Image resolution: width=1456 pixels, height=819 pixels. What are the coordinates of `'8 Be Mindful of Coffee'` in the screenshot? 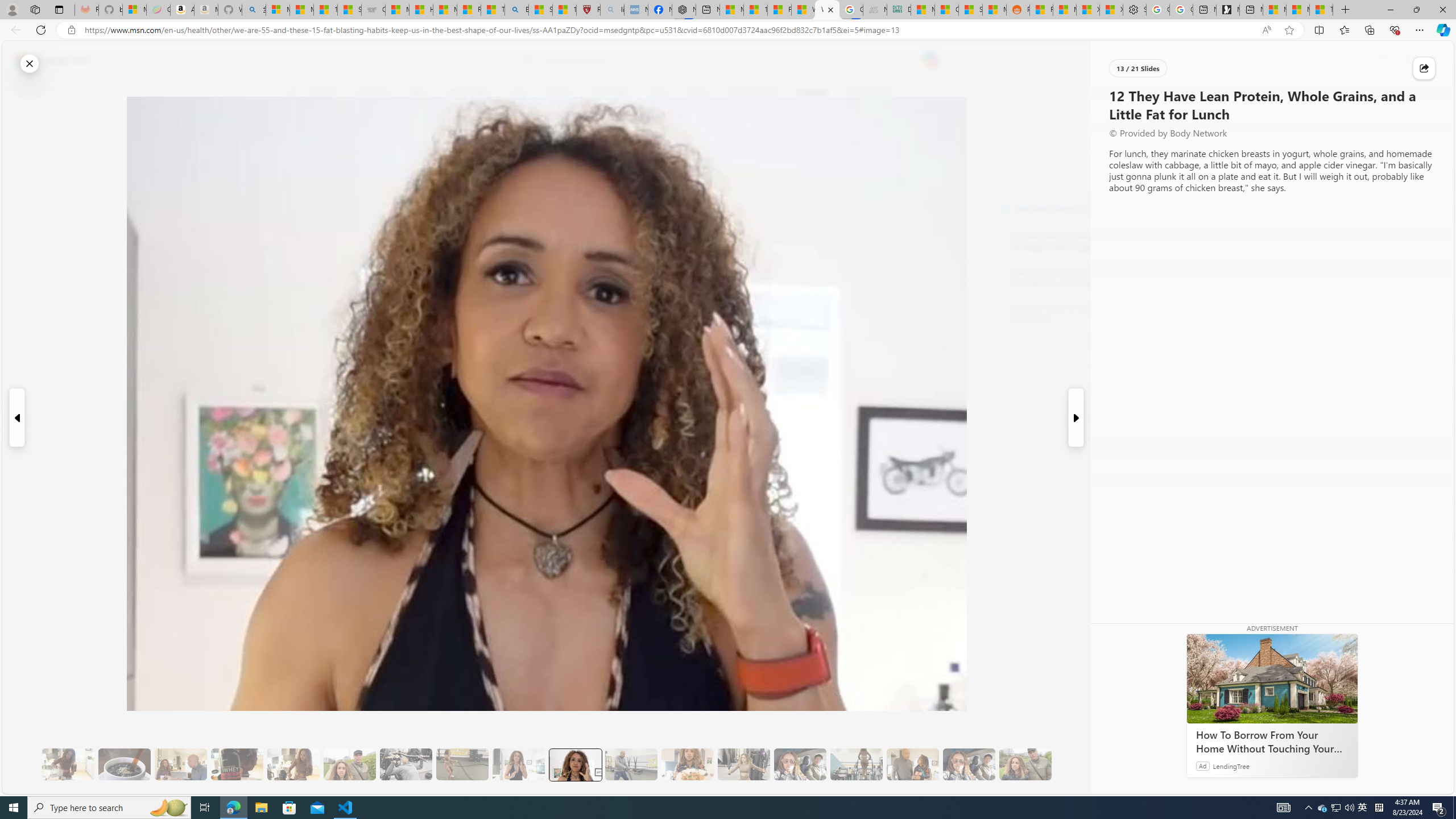 It's located at (123, 764).